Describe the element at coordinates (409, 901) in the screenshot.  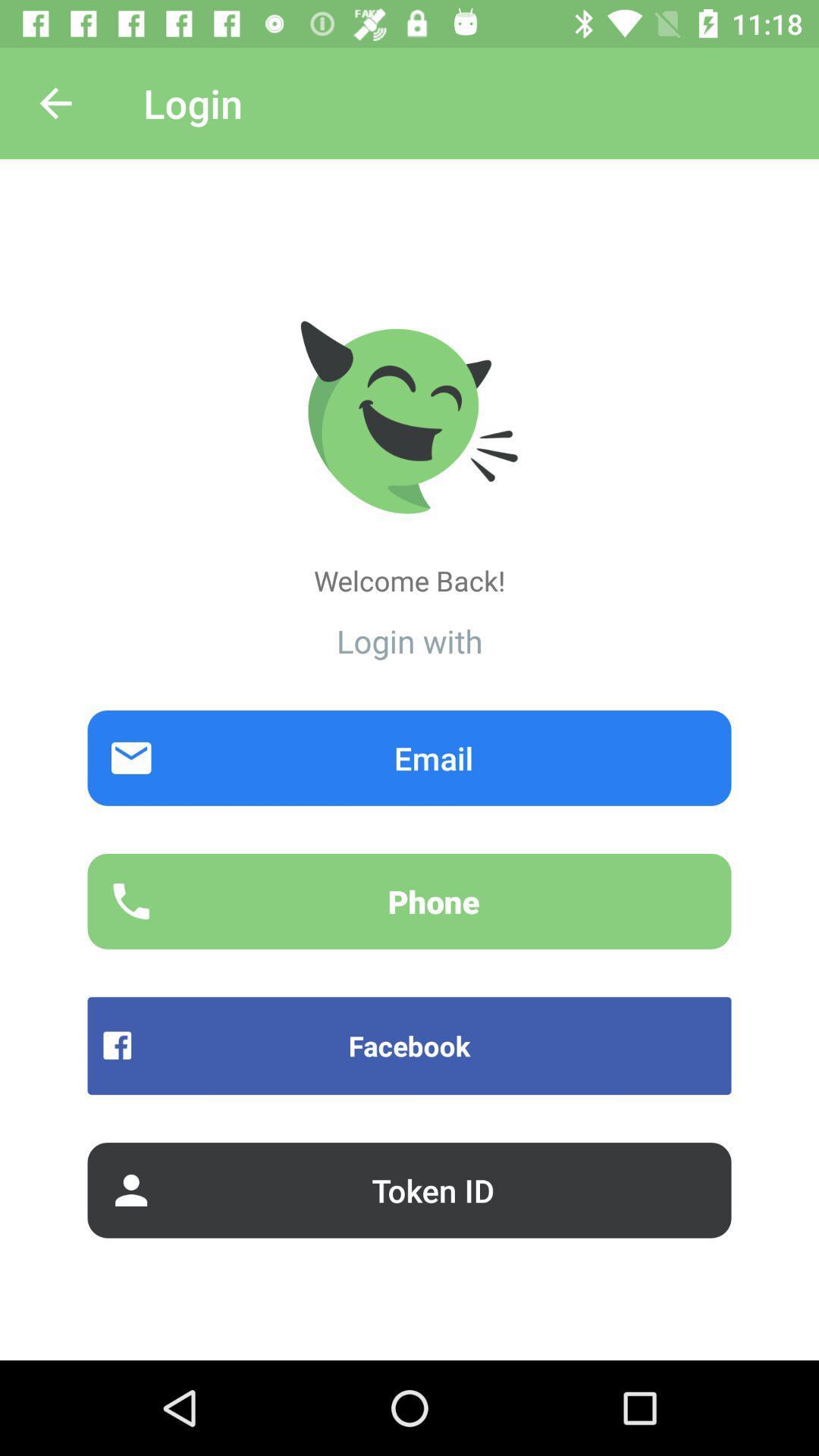
I see `the item above the facebook` at that location.